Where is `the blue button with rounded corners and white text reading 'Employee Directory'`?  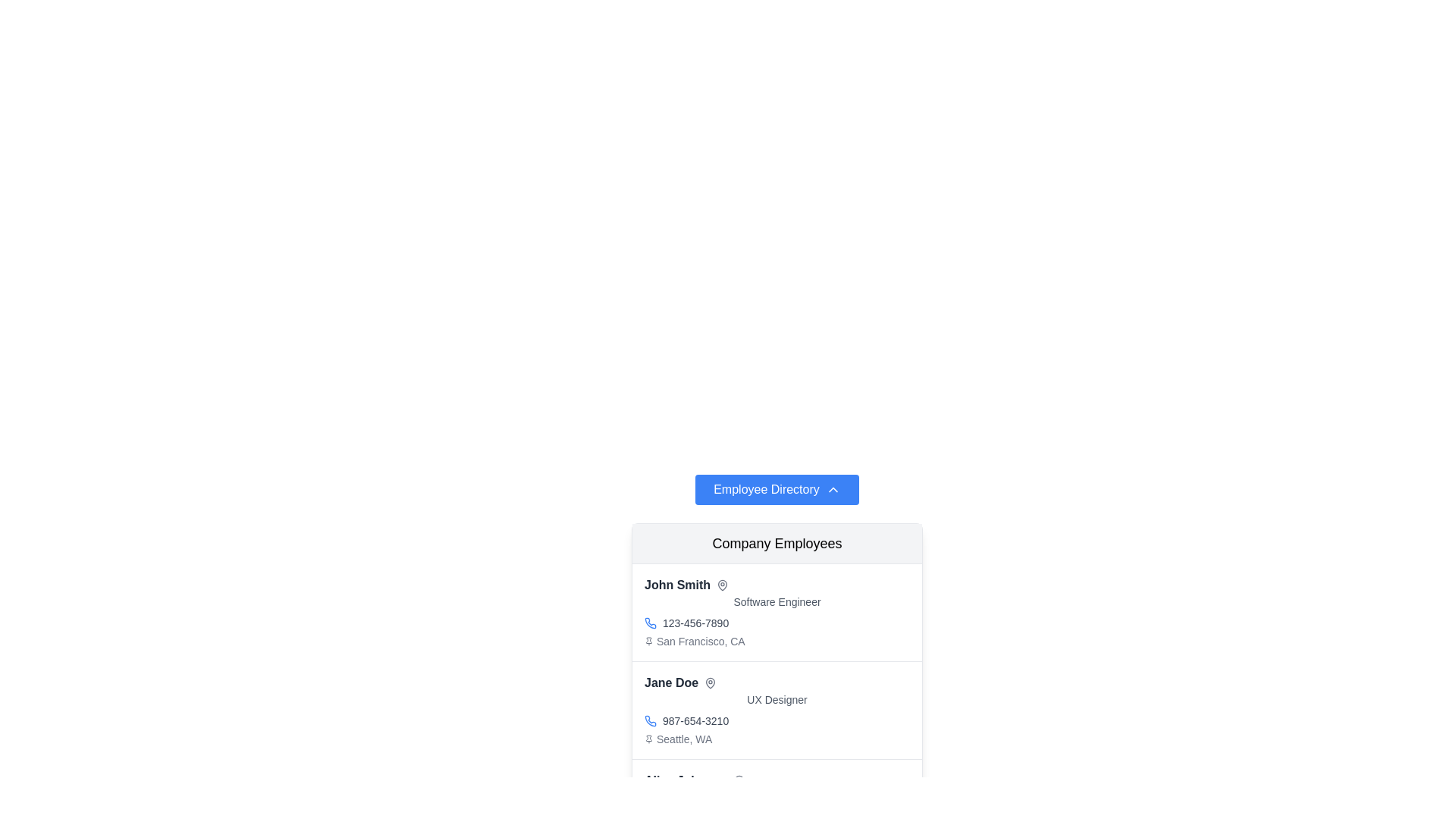
the blue button with rounded corners and white text reading 'Employee Directory' is located at coordinates (776, 489).